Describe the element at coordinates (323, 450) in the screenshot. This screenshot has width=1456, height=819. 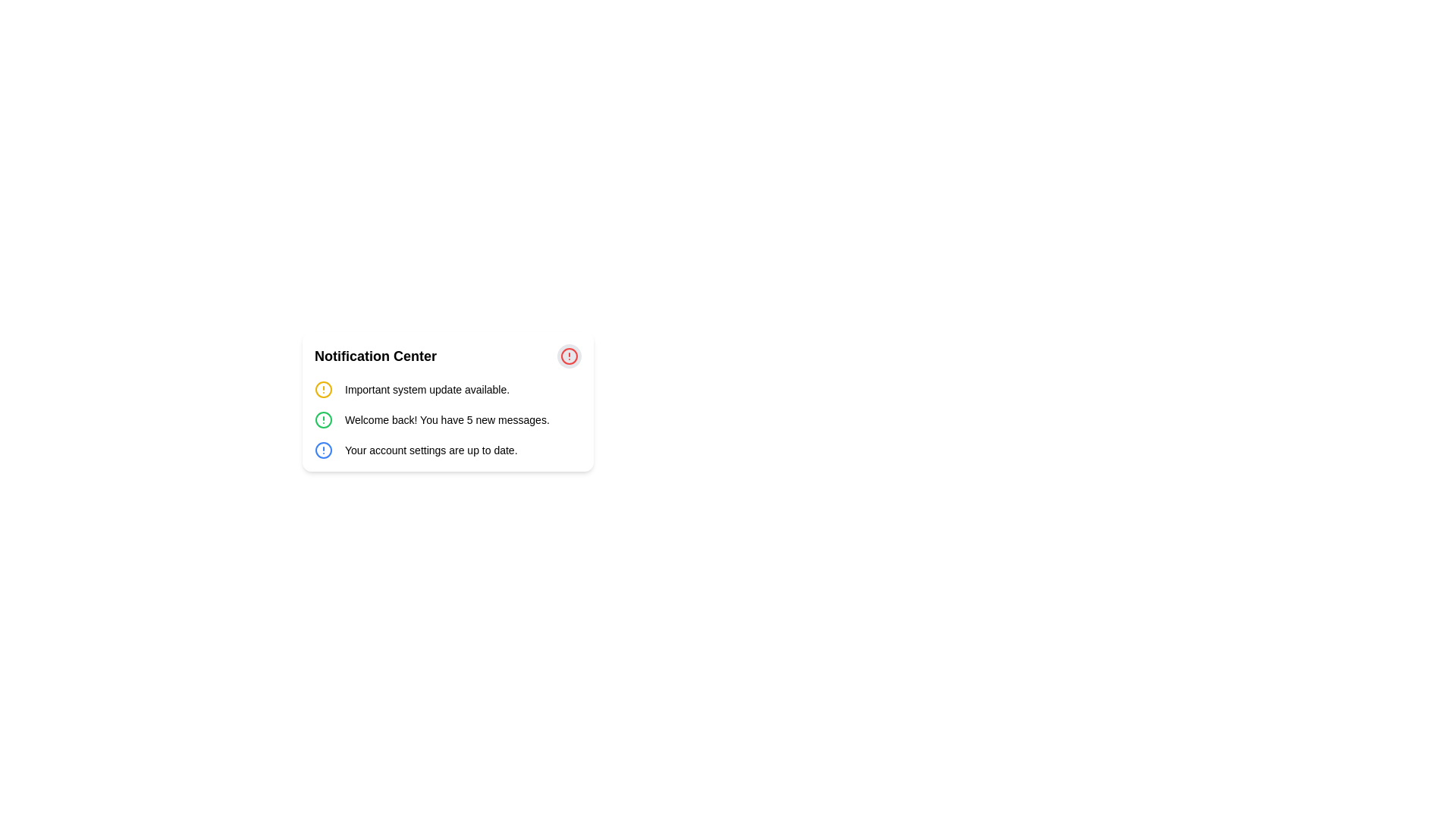
I see `the alert icon located to the left of the text 'Your account settings are up to date.' in the notifications area, specifically in the third row` at that location.